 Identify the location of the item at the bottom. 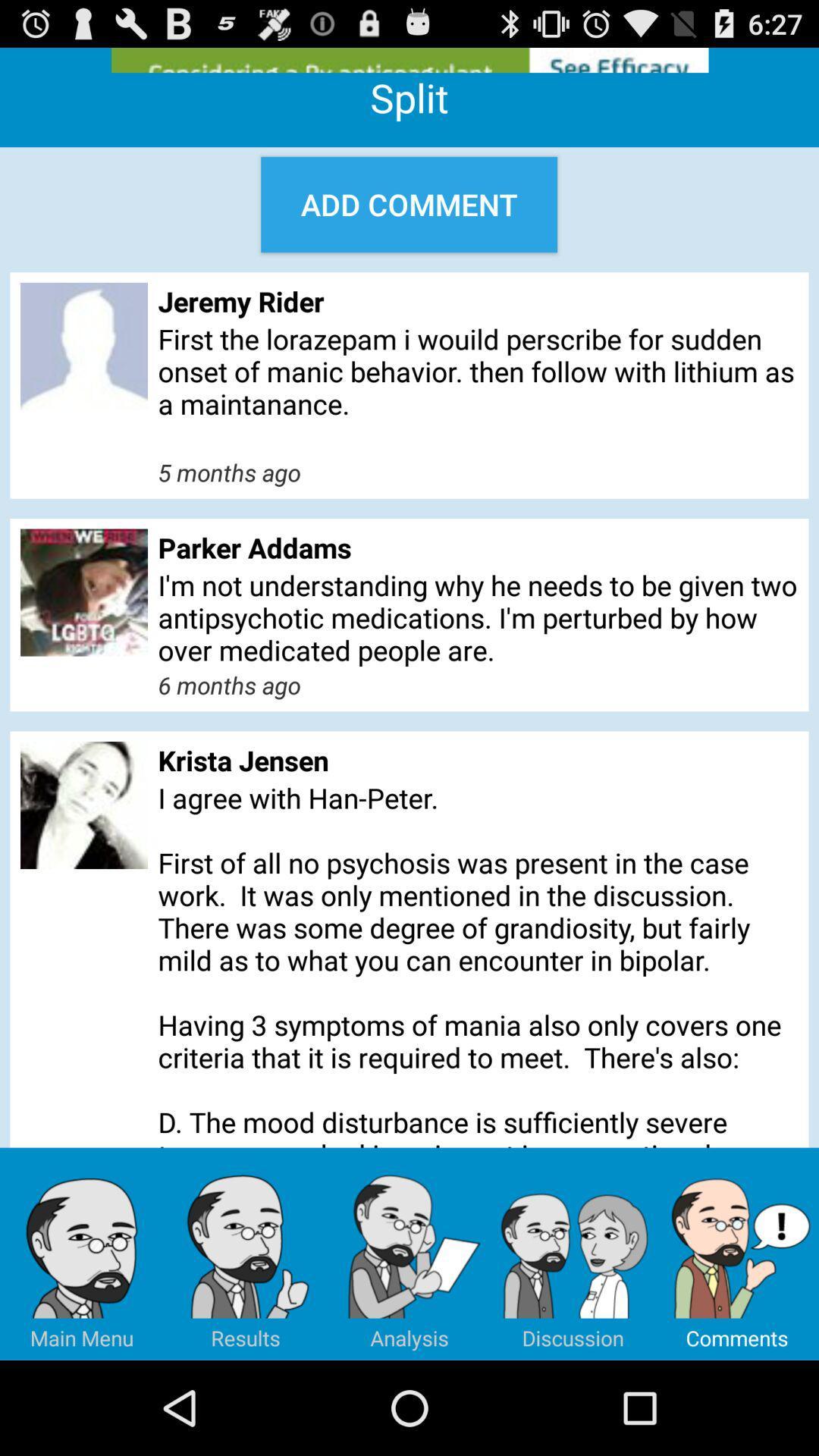
(409, 1254).